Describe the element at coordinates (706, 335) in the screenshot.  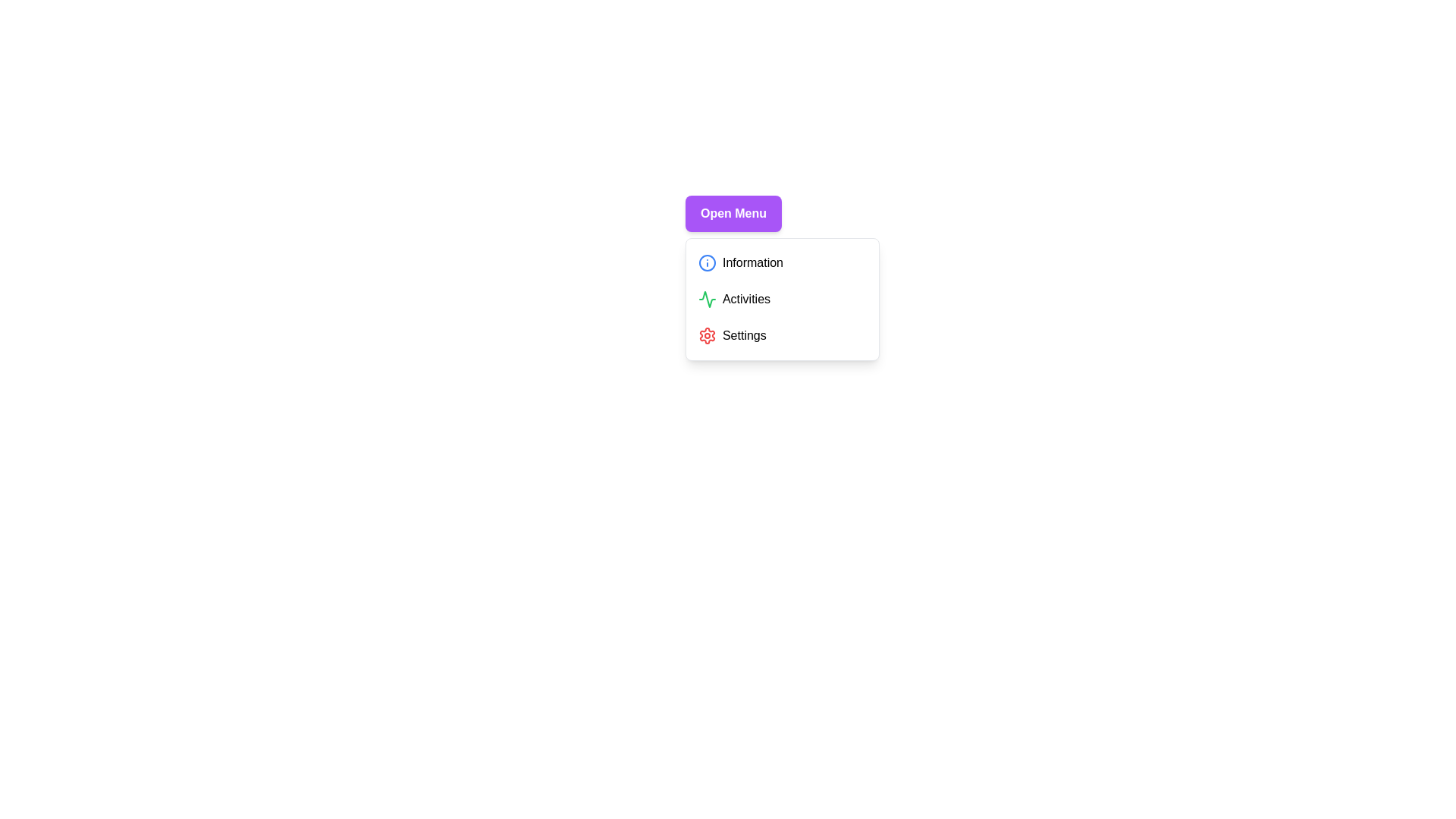
I see `the menu item with the icon of color red` at that location.